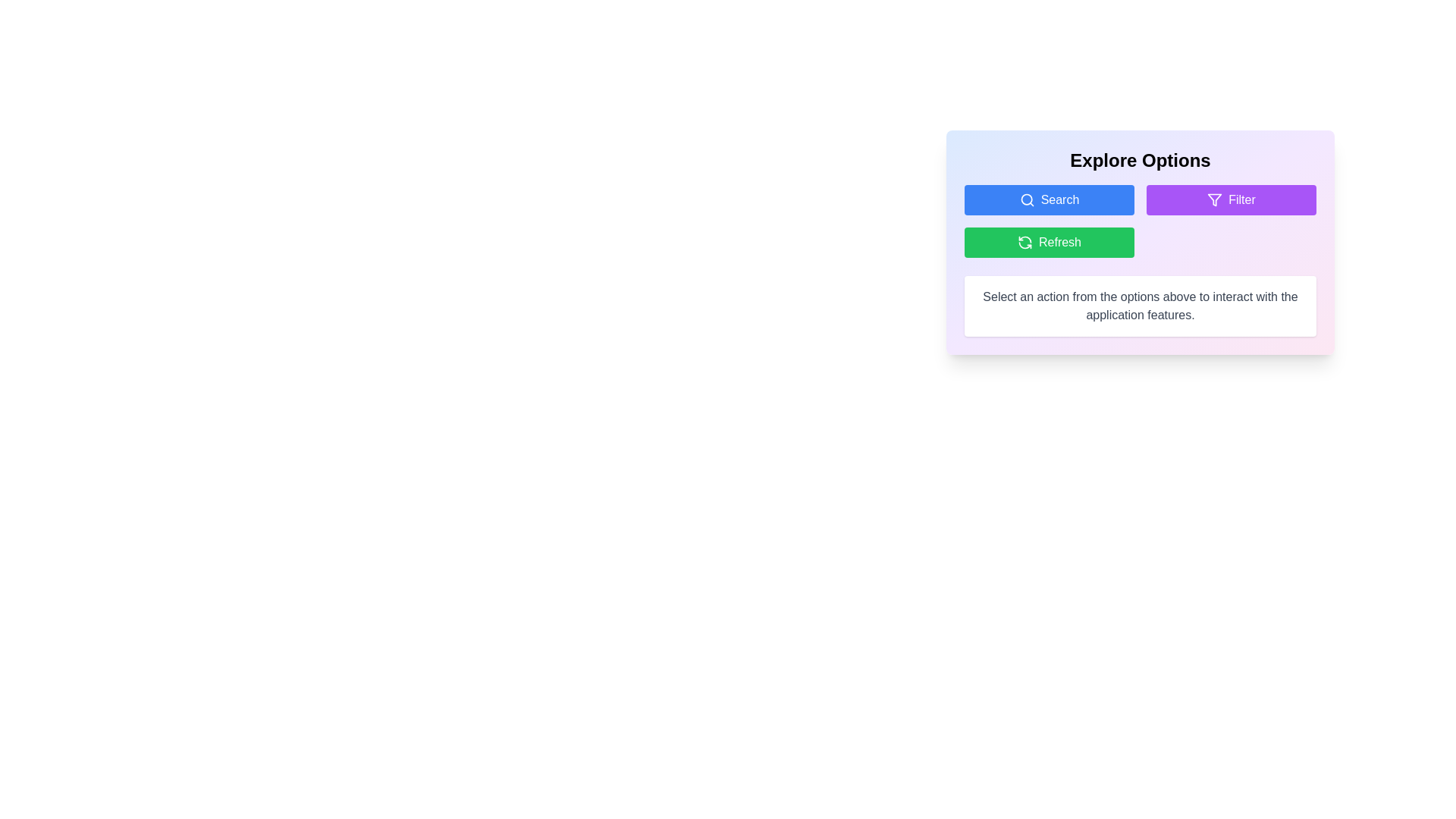 This screenshot has width=1456, height=819. Describe the element at coordinates (1140, 242) in the screenshot. I see `the buttons in the interactive panel that has a gradient background, specifically to trigger their hover effects` at that location.